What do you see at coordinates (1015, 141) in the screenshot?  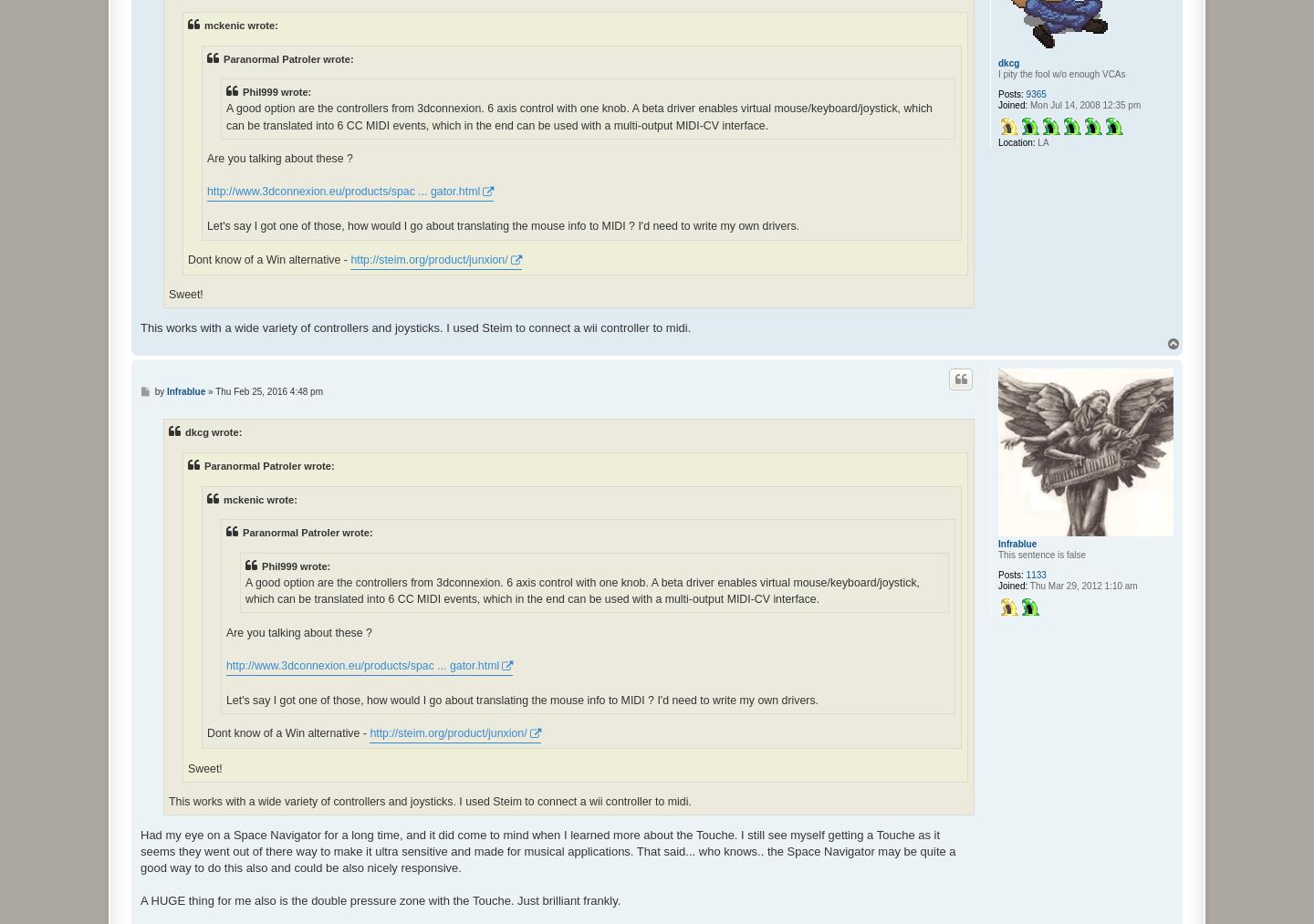 I see `'Location:'` at bounding box center [1015, 141].